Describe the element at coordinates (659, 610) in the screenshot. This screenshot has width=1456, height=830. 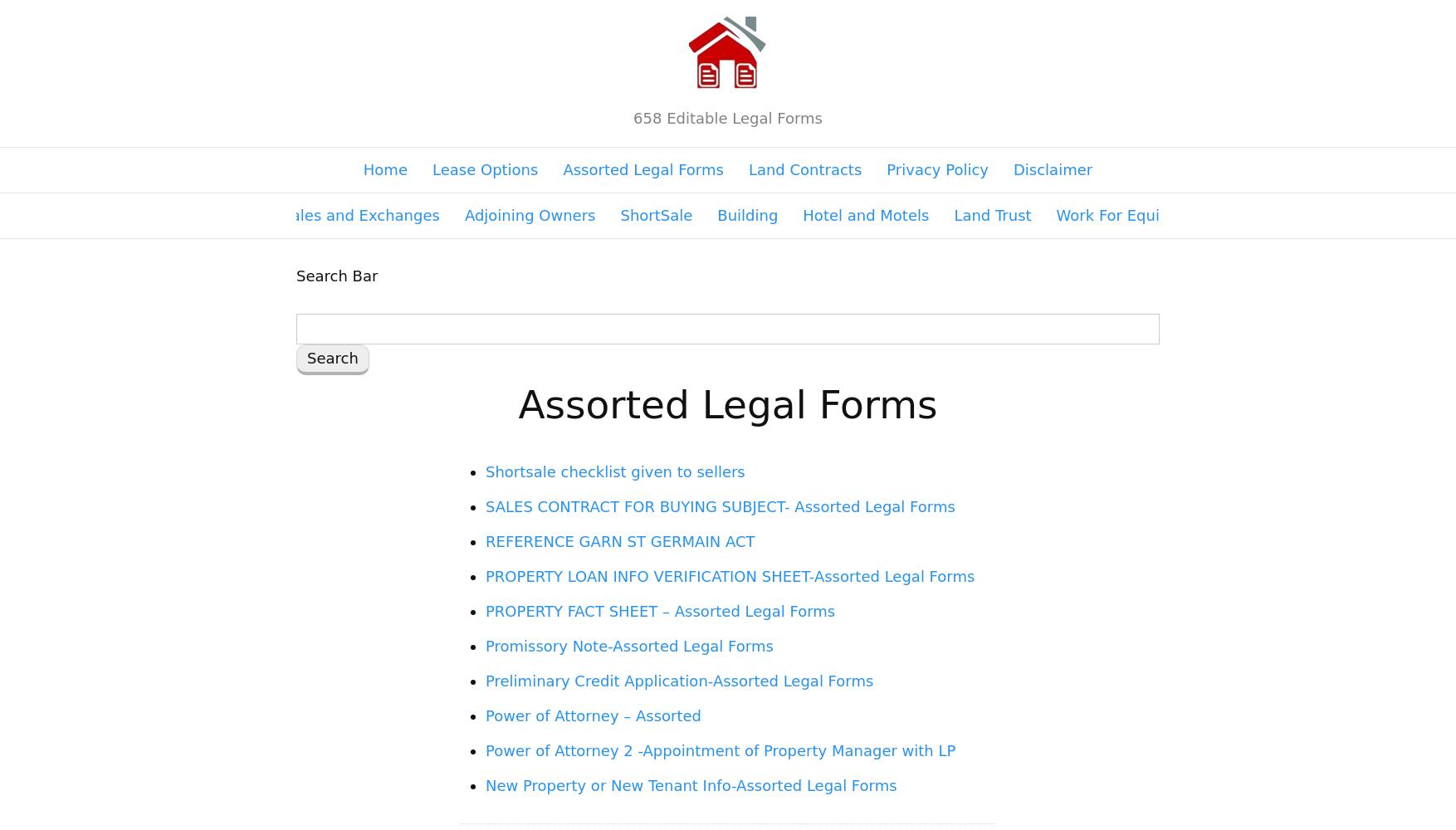
I see `'PROPERTY FACT SHEET – Assorted Legal Forms'` at that location.